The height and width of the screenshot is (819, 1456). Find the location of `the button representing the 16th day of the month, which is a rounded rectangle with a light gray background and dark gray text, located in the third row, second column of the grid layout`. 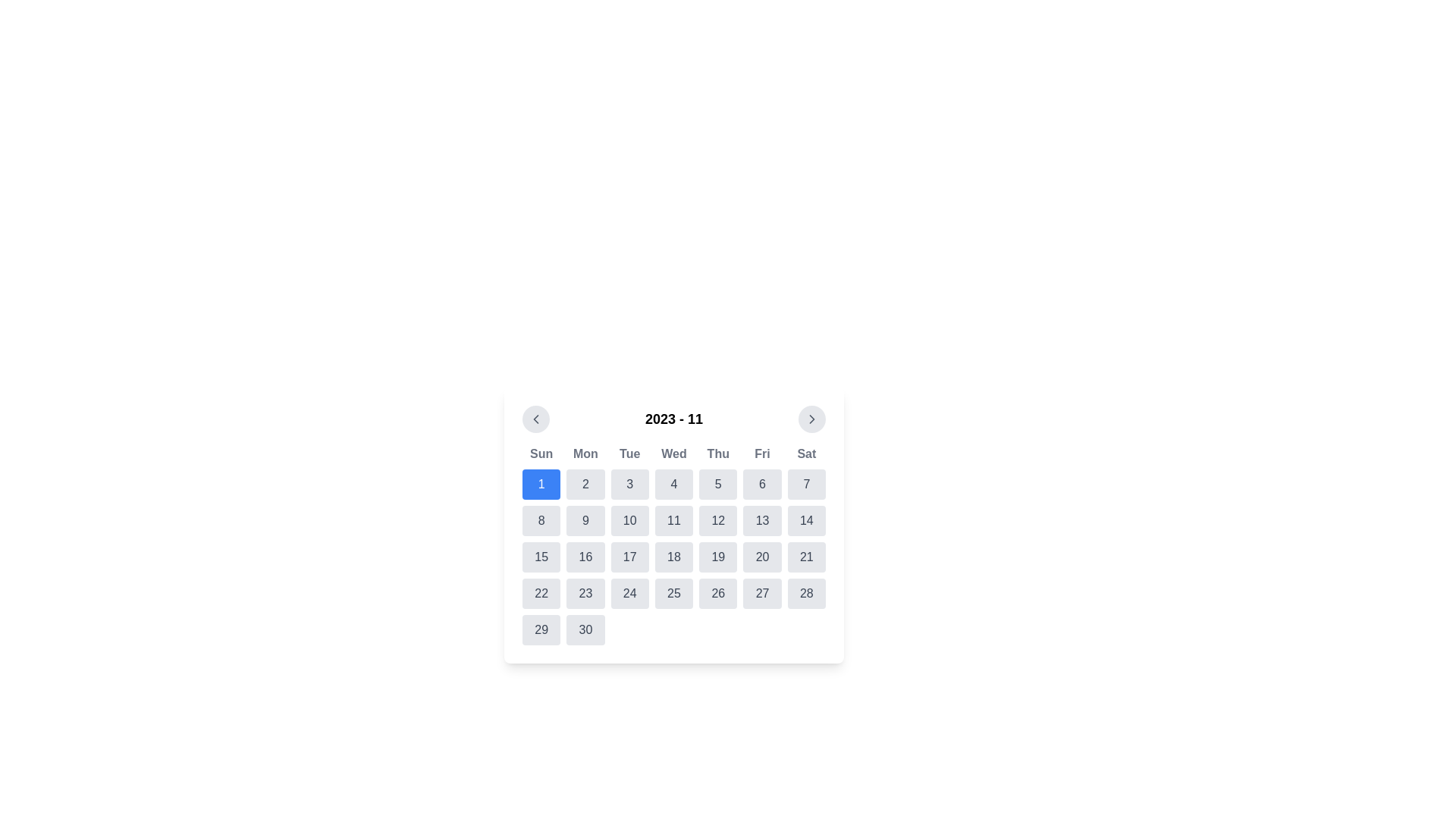

the button representing the 16th day of the month, which is a rounded rectangle with a light gray background and dark gray text, located in the third row, second column of the grid layout is located at coordinates (585, 557).